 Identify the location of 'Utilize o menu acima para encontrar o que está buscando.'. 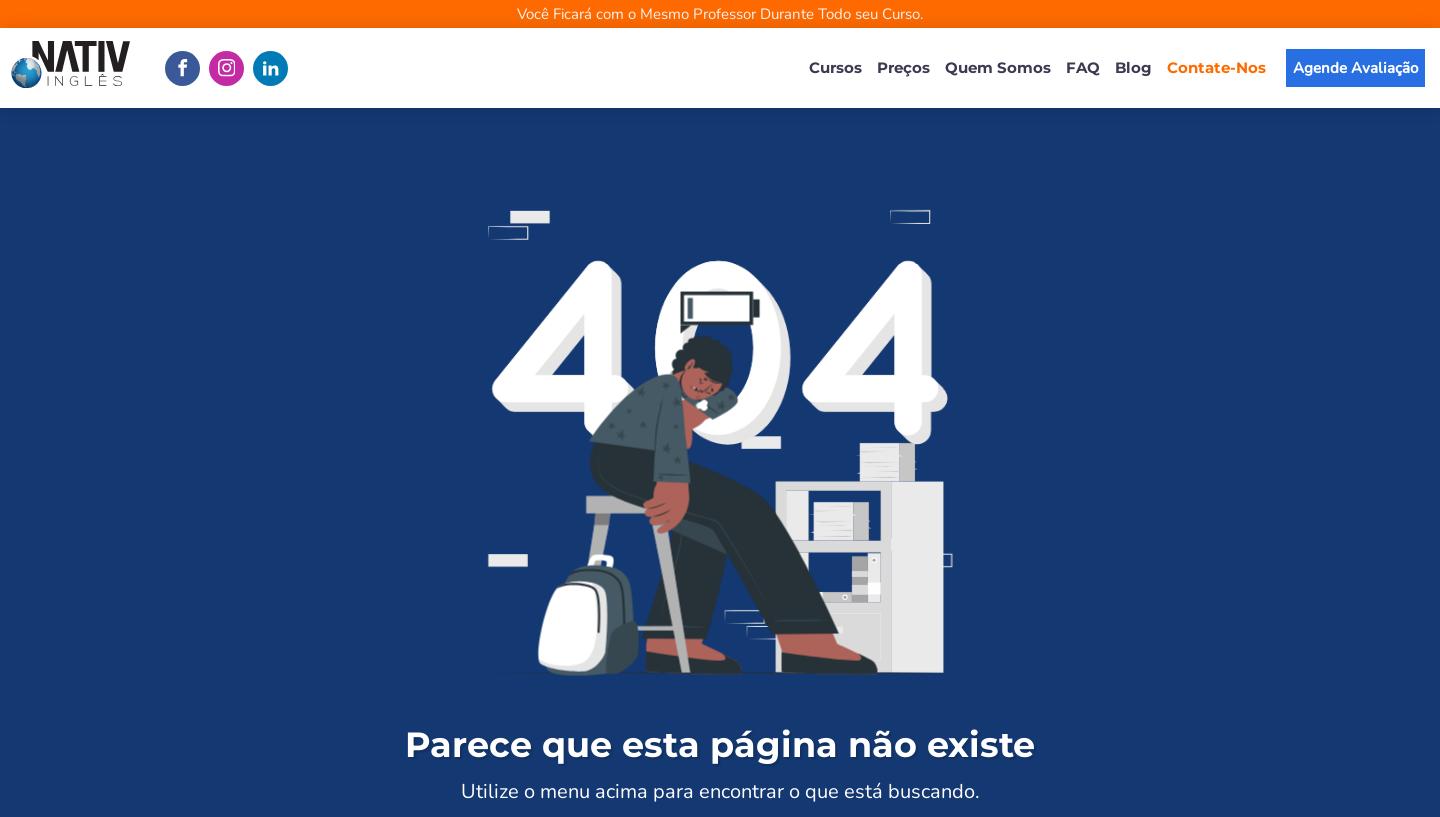
(719, 790).